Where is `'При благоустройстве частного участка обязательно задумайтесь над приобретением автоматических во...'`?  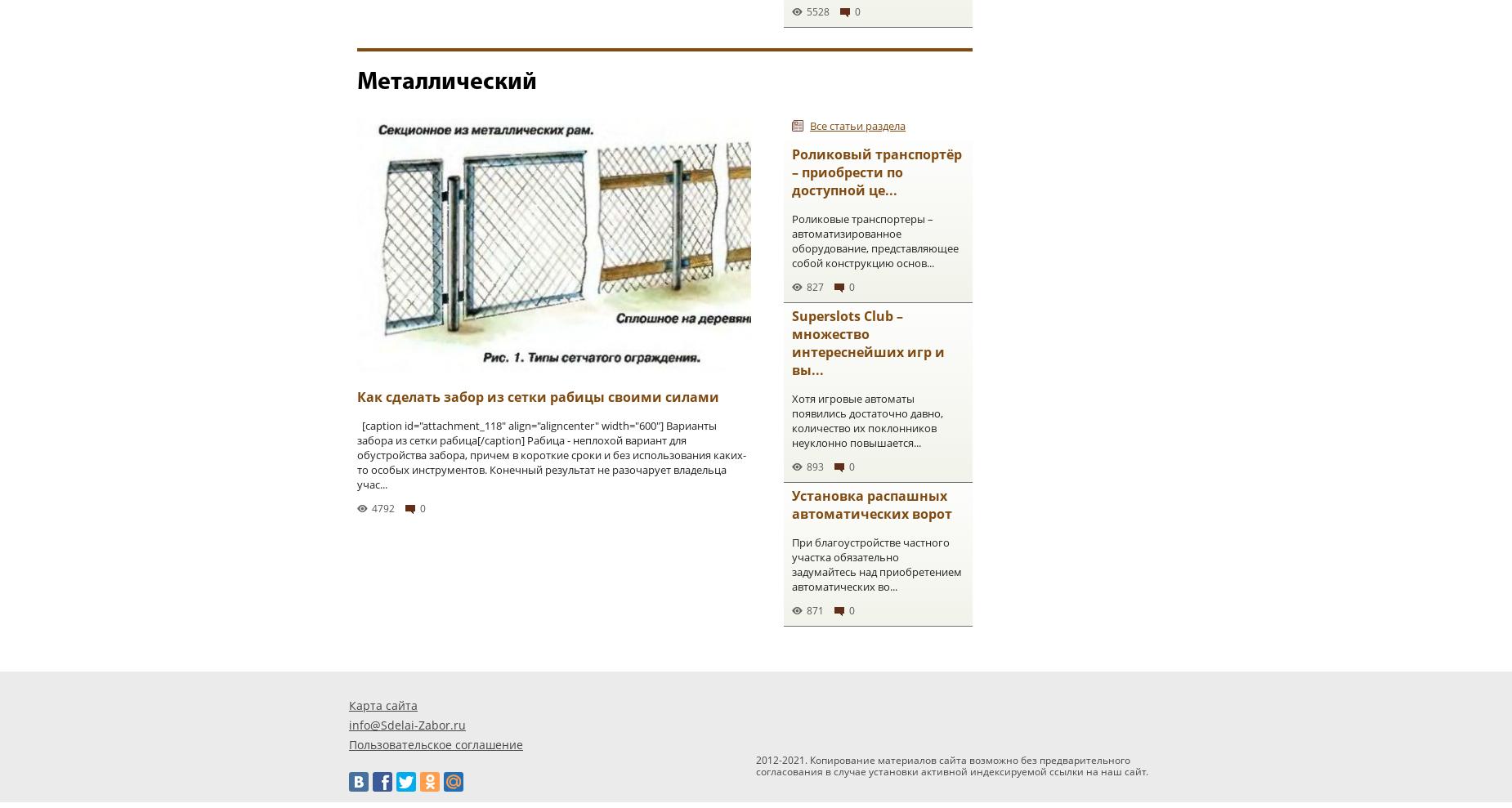 'При благоустройстве частного участка обязательно задумайтесь над приобретением автоматических во...' is located at coordinates (791, 564).